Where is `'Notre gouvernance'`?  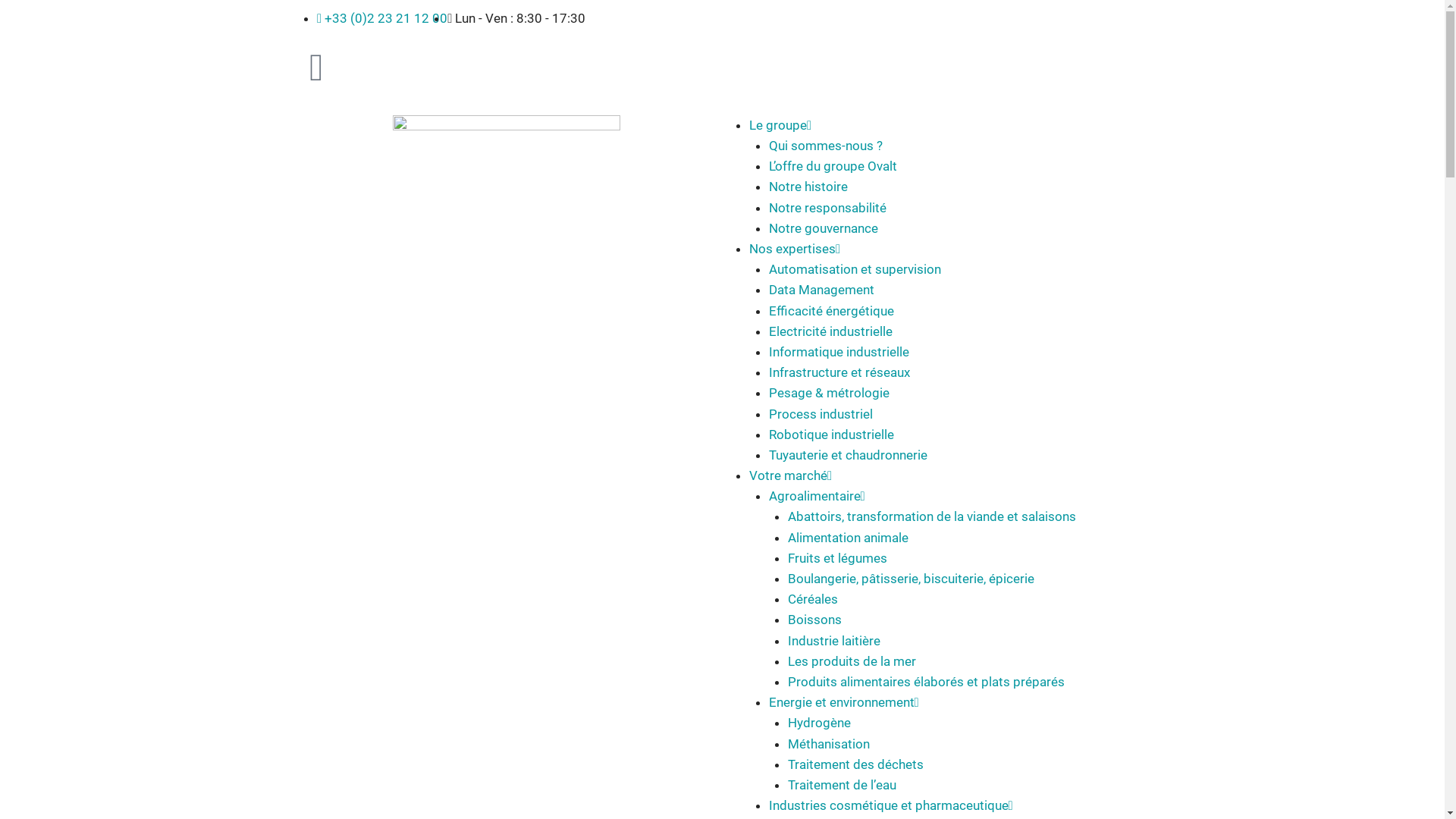
'Notre gouvernance' is located at coordinates (822, 227).